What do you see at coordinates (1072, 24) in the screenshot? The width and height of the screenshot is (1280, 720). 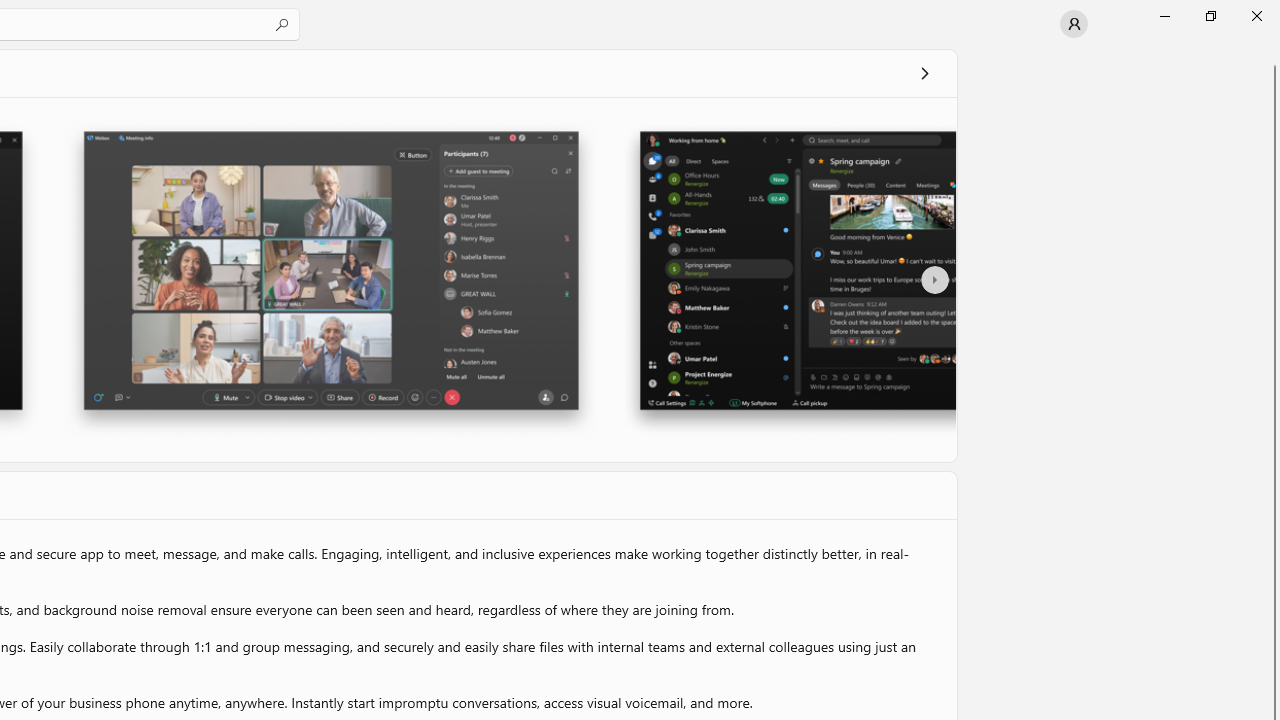 I see `'User profile'` at bounding box center [1072, 24].